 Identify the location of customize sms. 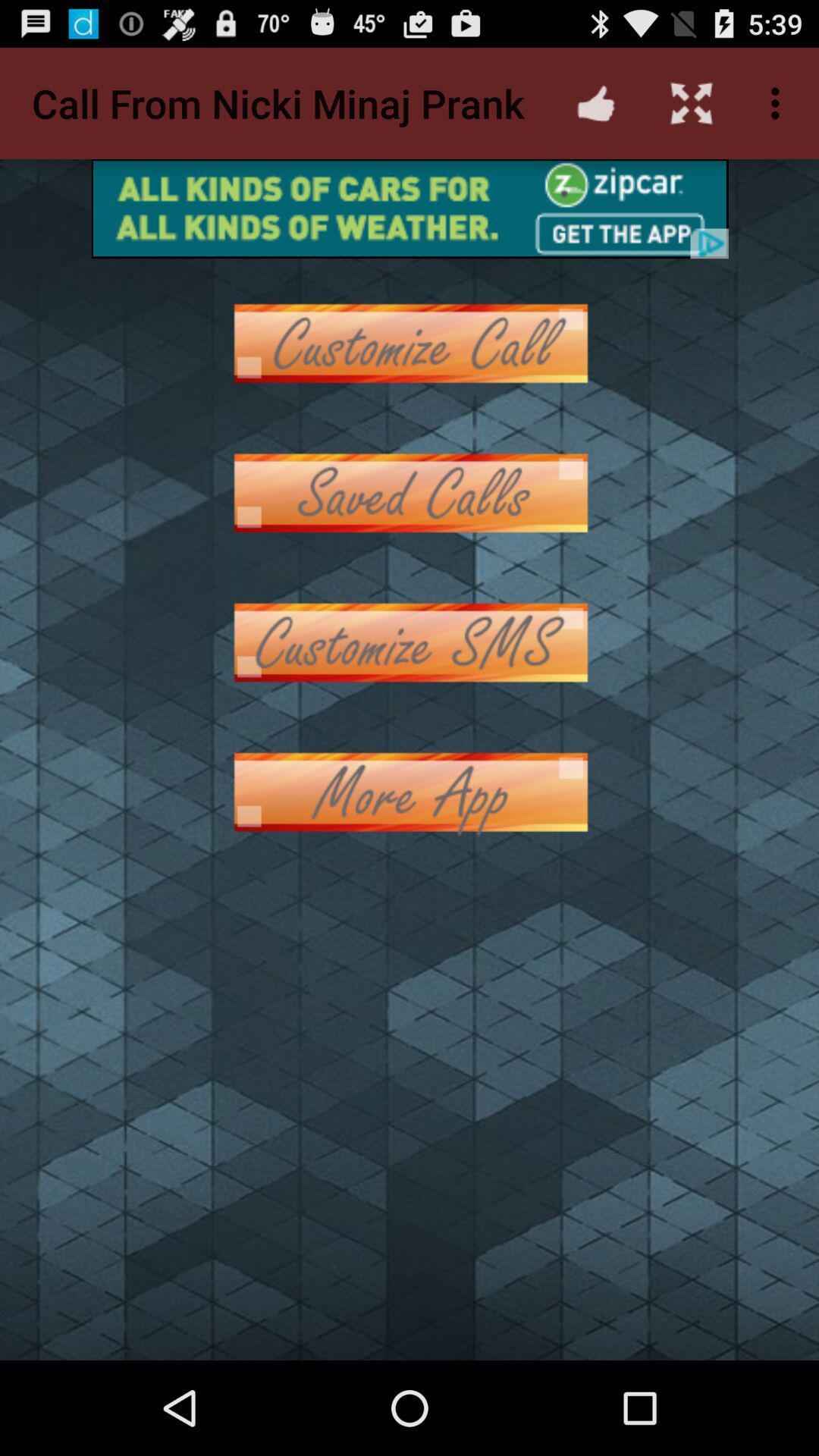
(409, 642).